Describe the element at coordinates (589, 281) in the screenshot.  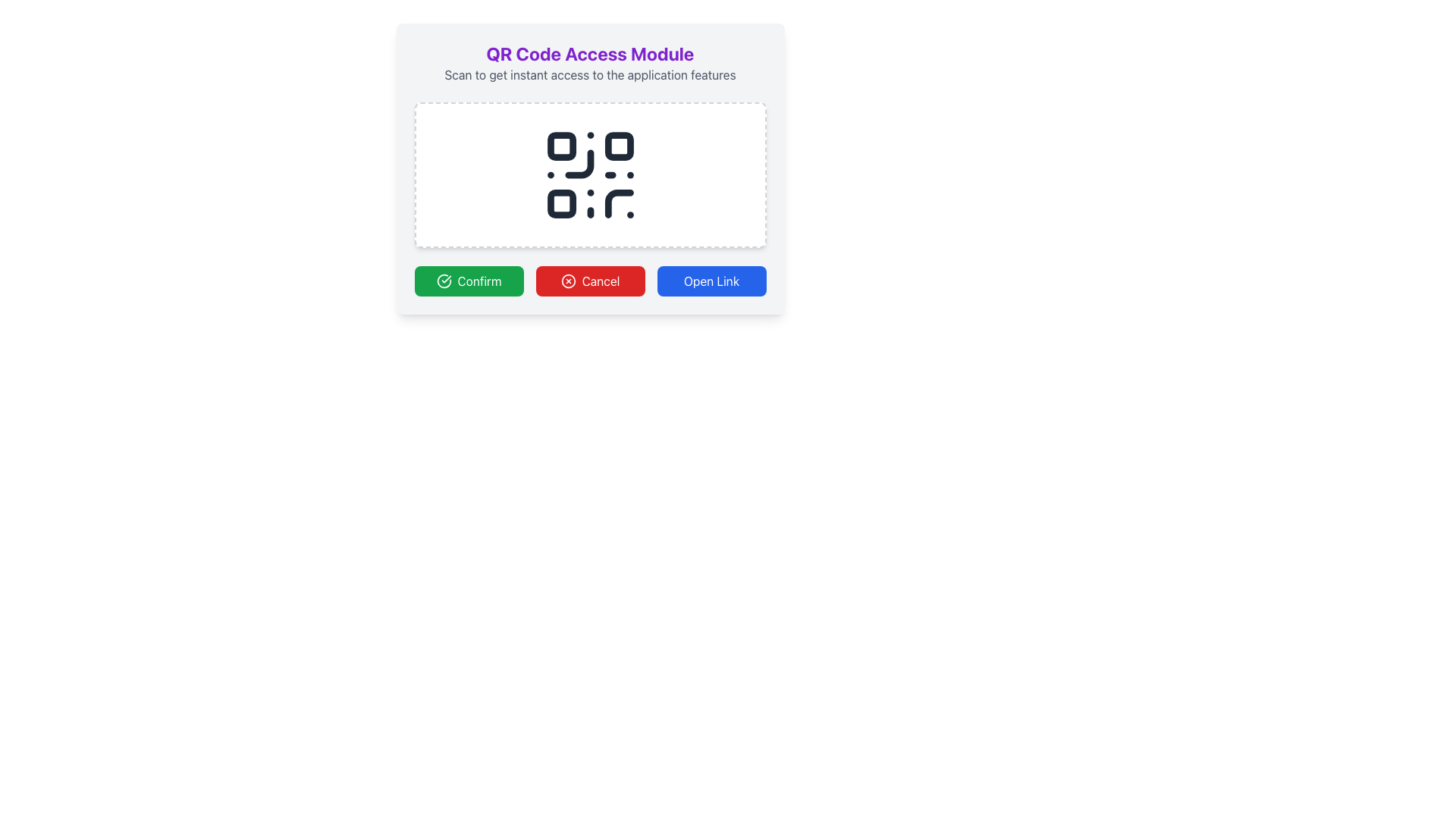
I see `the cancel button located at the bottom center of the modal interface, positioned between the green 'Confirm' button and the blue 'Open Link' button` at that location.